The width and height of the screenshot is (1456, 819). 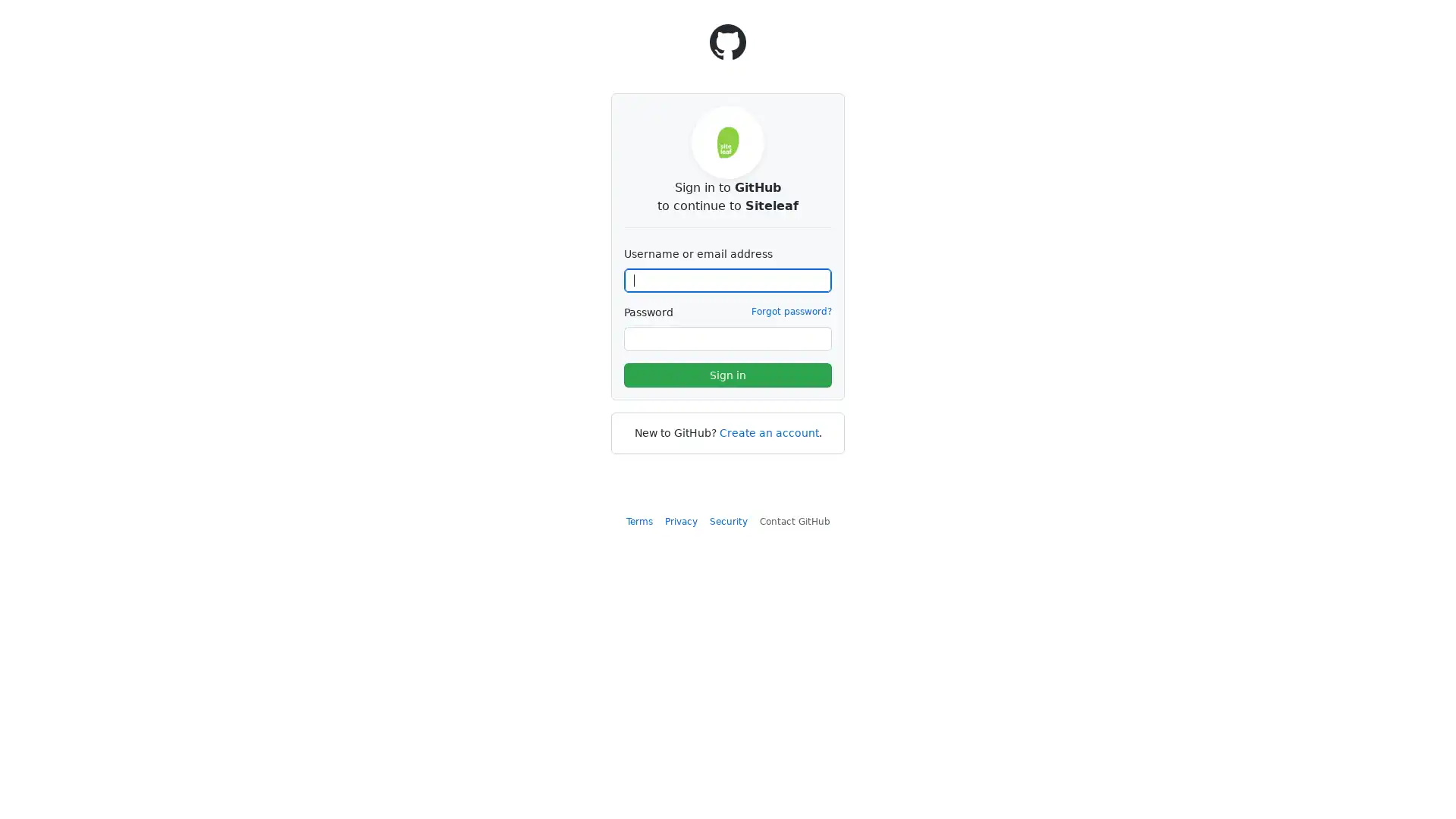 I want to click on Sign in, so click(x=728, y=375).